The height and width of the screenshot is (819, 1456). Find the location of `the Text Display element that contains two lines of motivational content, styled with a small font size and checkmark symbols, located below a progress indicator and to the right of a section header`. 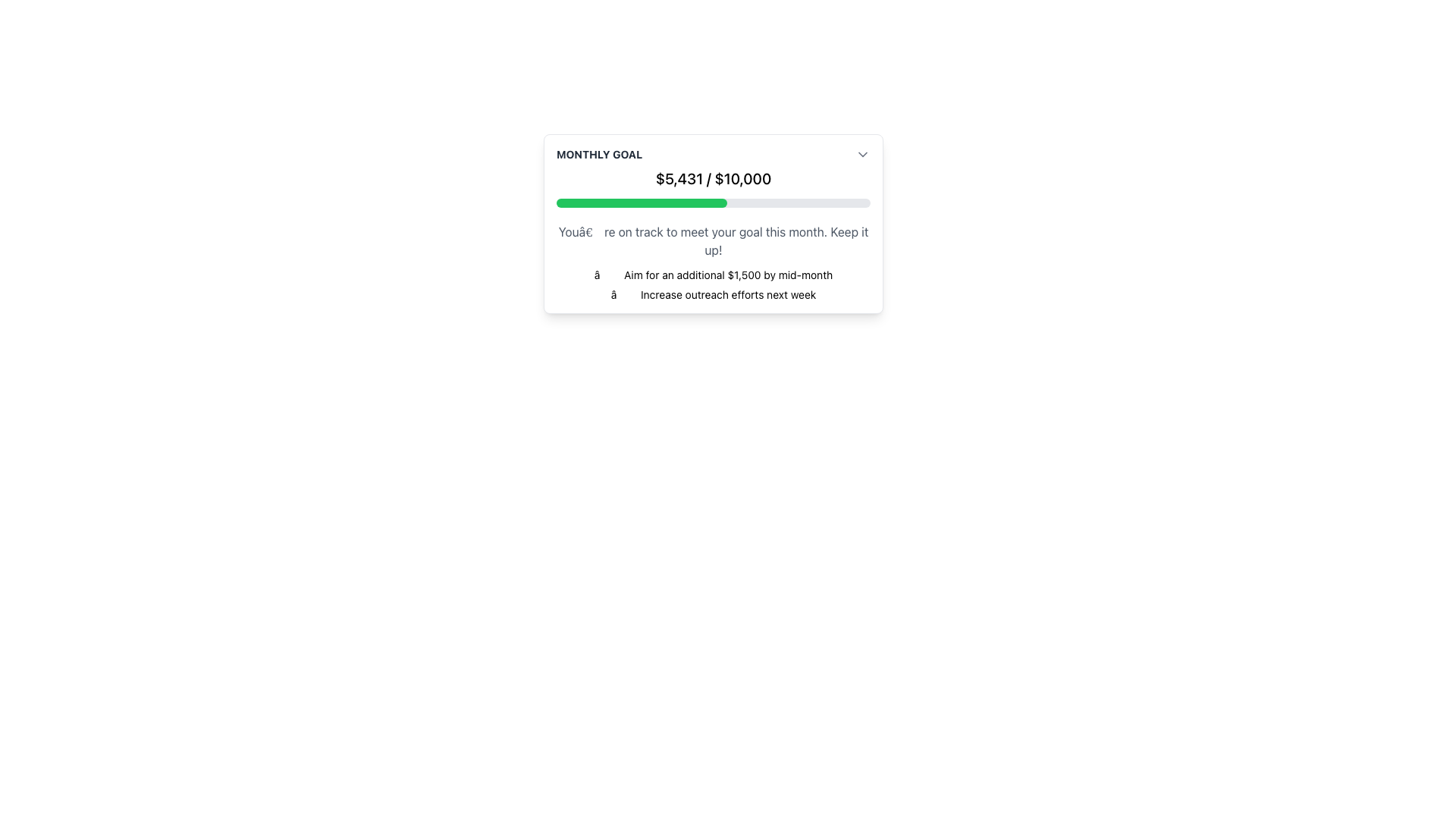

the Text Display element that contains two lines of motivational content, styled with a small font size and checkmark symbols, located below a progress indicator and to the right of a section header is located at coordinates (712, 284).